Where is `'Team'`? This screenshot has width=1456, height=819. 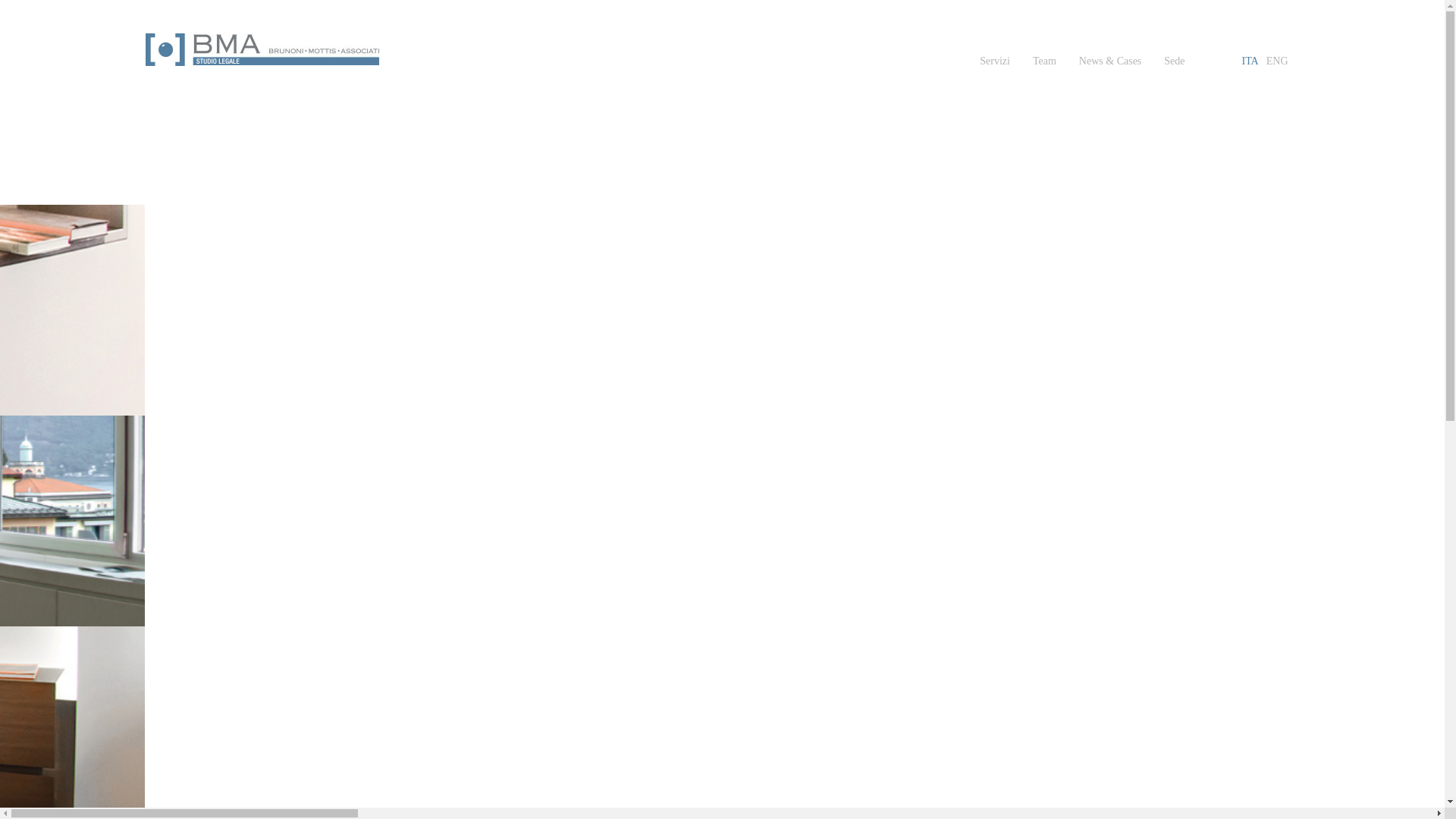
'Team' is located at coordinates (1043, 61).